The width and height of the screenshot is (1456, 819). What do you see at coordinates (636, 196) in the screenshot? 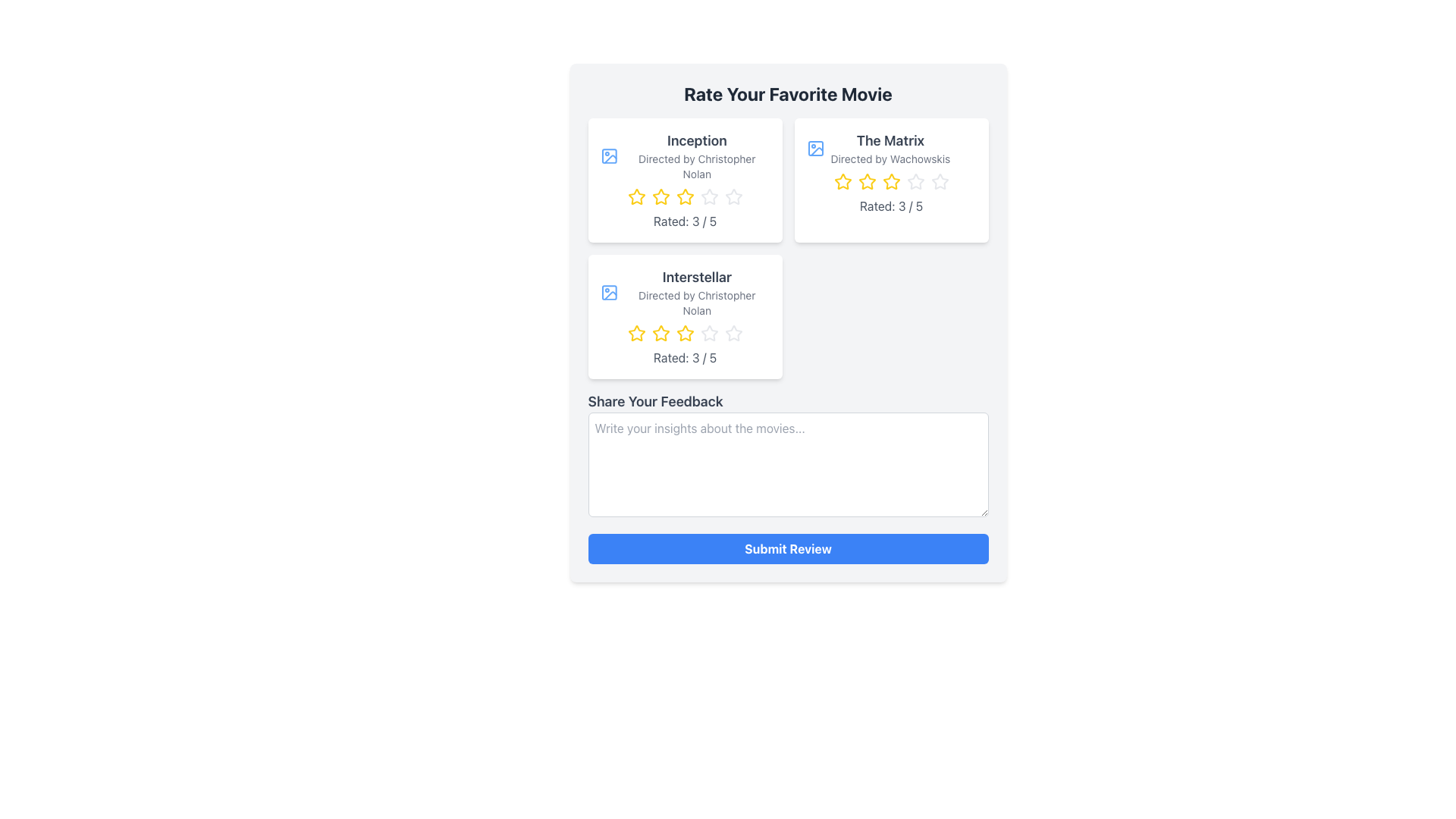
I see `on the second yellow star icon in the rating bar beneath the 'Inception' text` at bounding box center [636, 196].